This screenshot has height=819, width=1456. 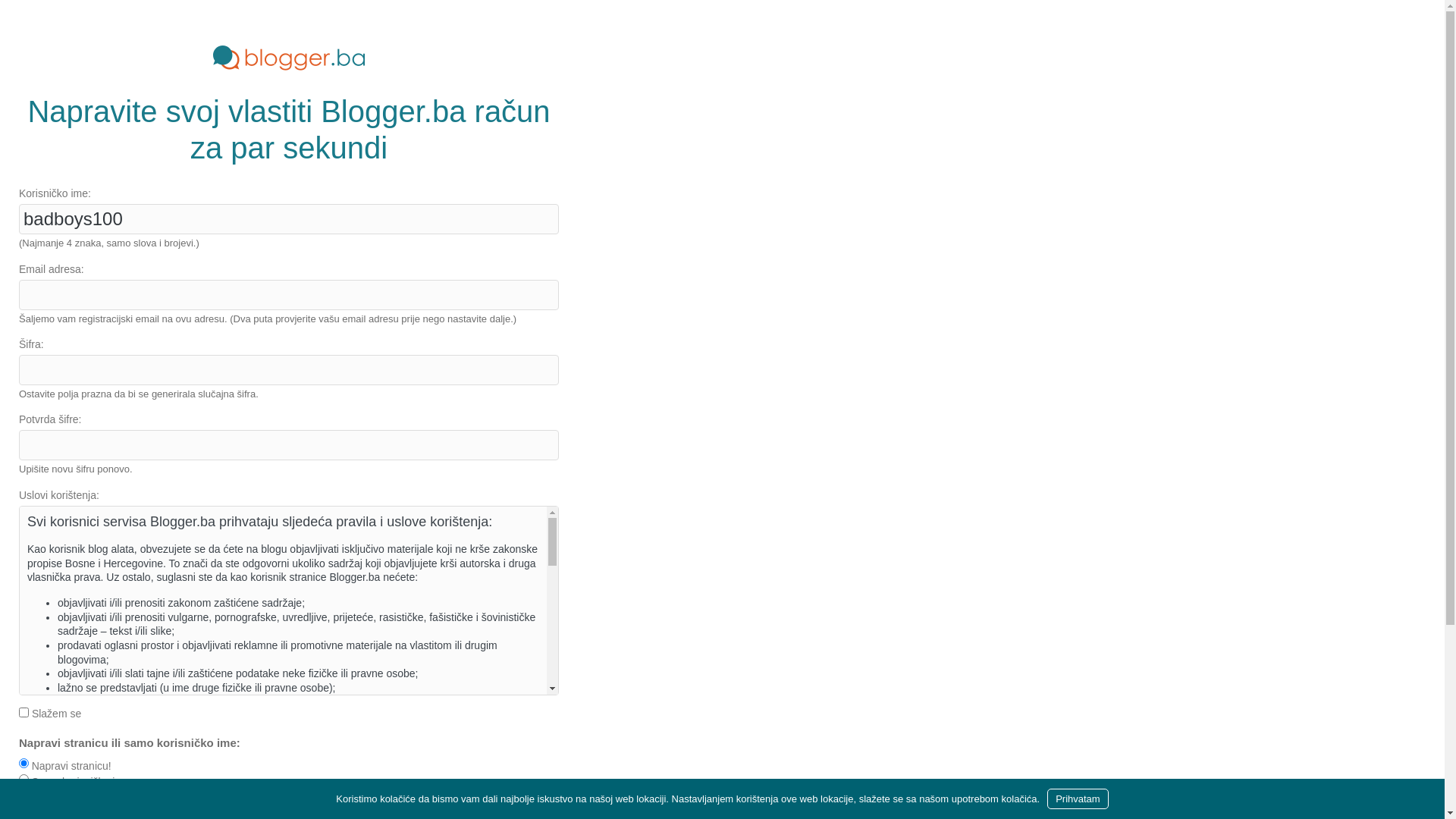 I want to click on 'Prihvatam', so click(x=1077, y=798).